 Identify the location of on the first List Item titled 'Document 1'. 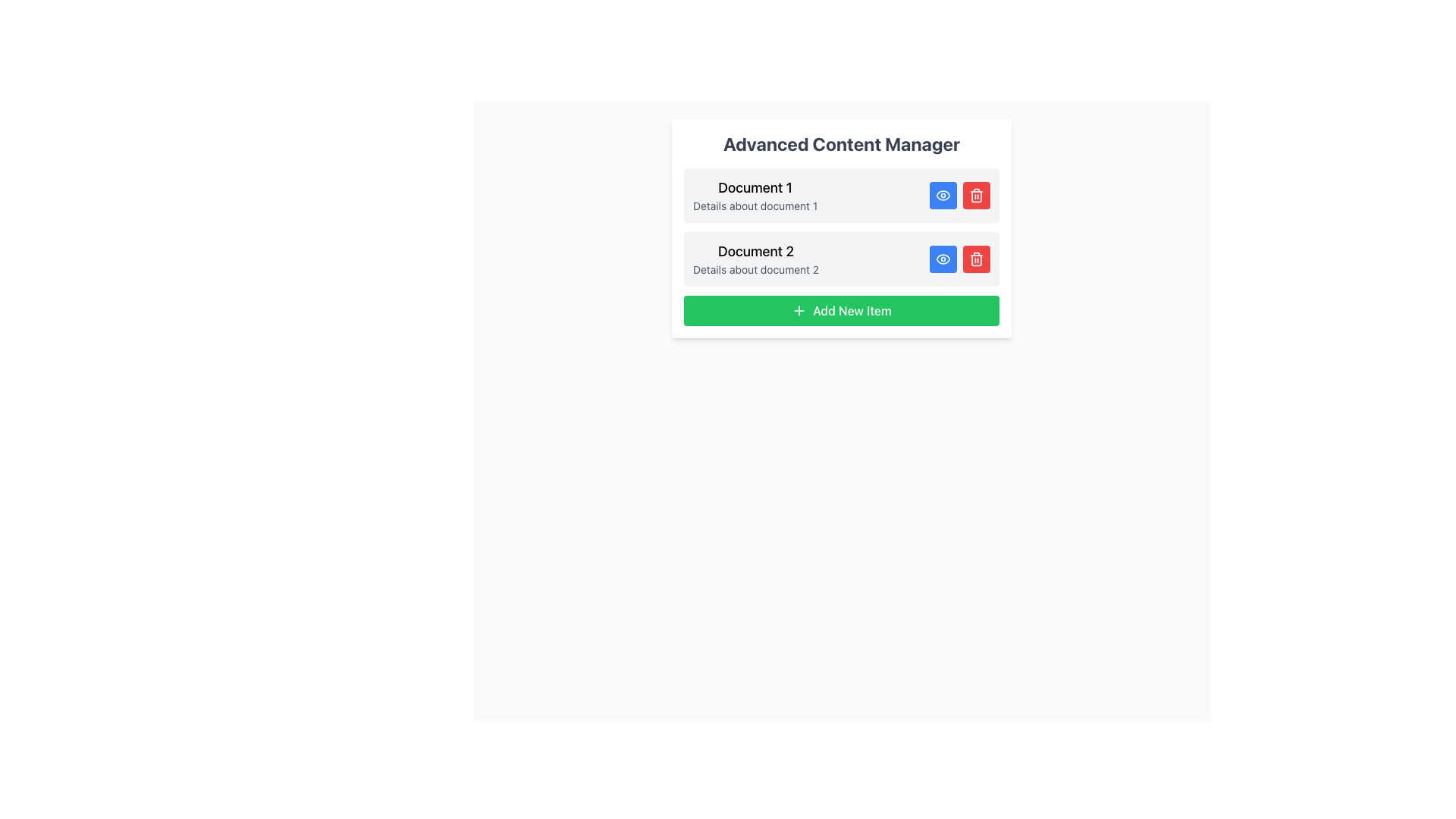
(840, 195).